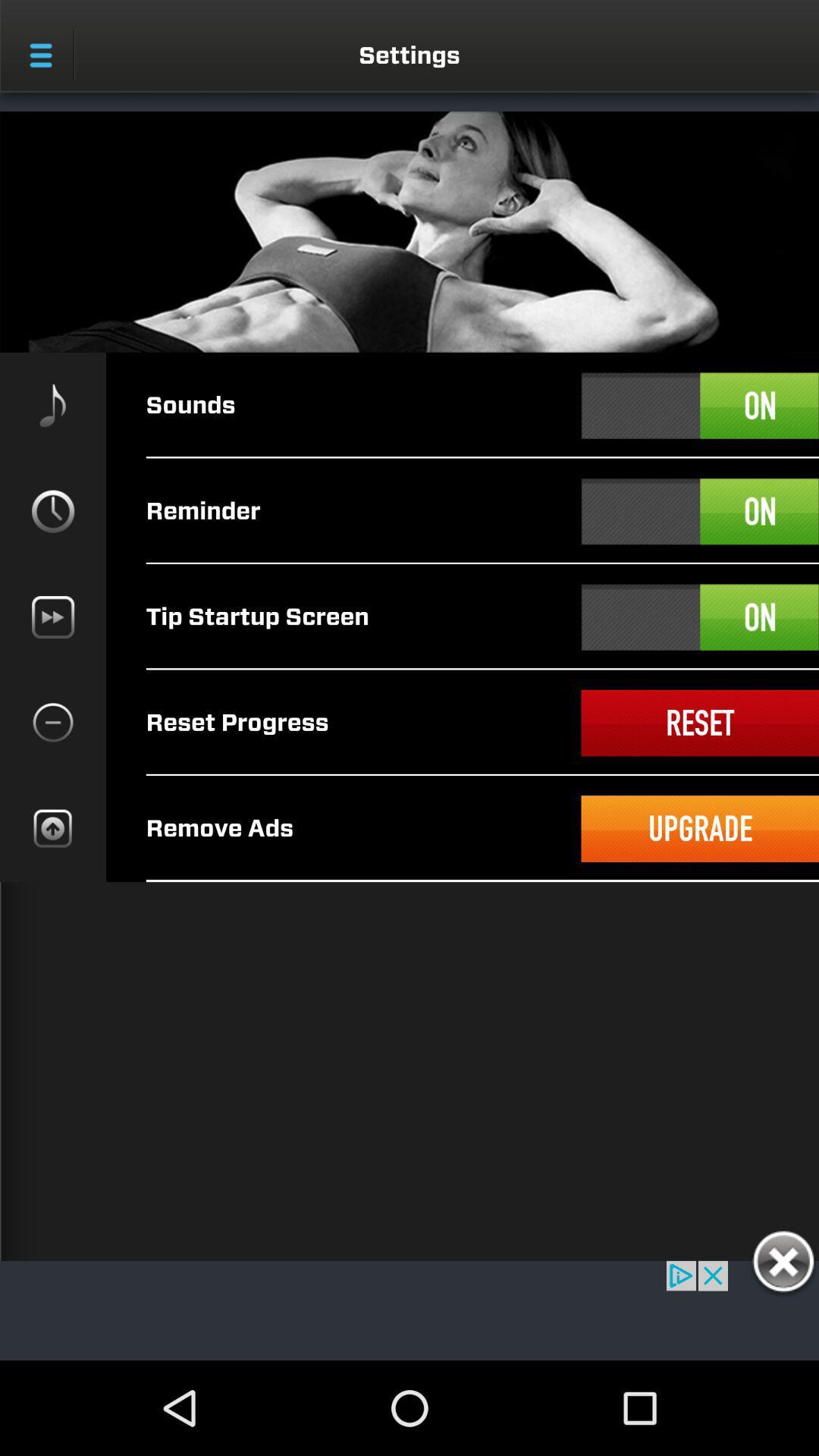  What do you see at coordinates (700, 511) in the screenshot?
I see `on` at bounding box center [700, 511].